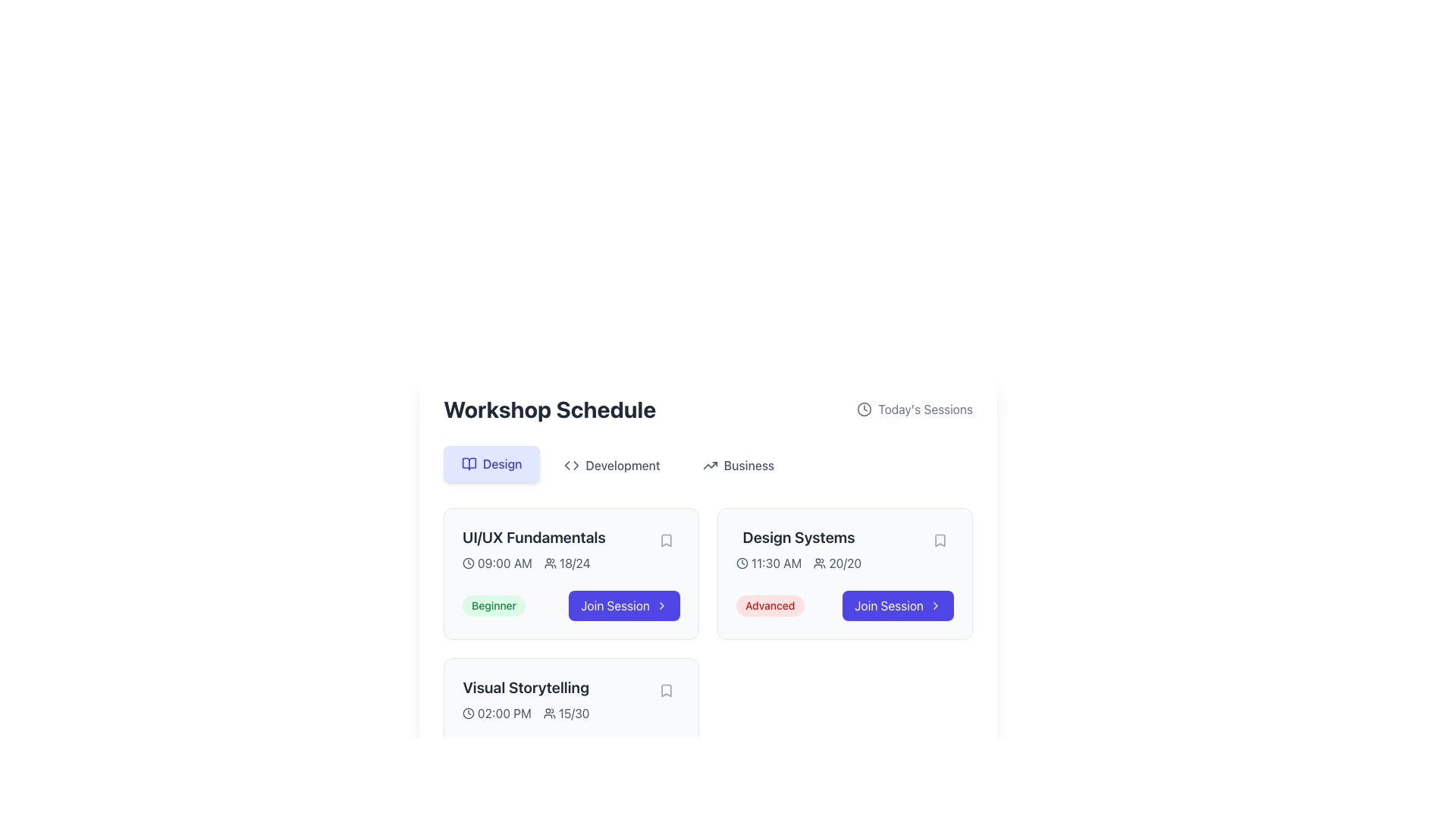 The width and height of the screenshot is (1456, 819). I want to click on the informational text block located in the second session card of the 'Design' category in the 'Workshop Schedule' section, so click(844, 550).